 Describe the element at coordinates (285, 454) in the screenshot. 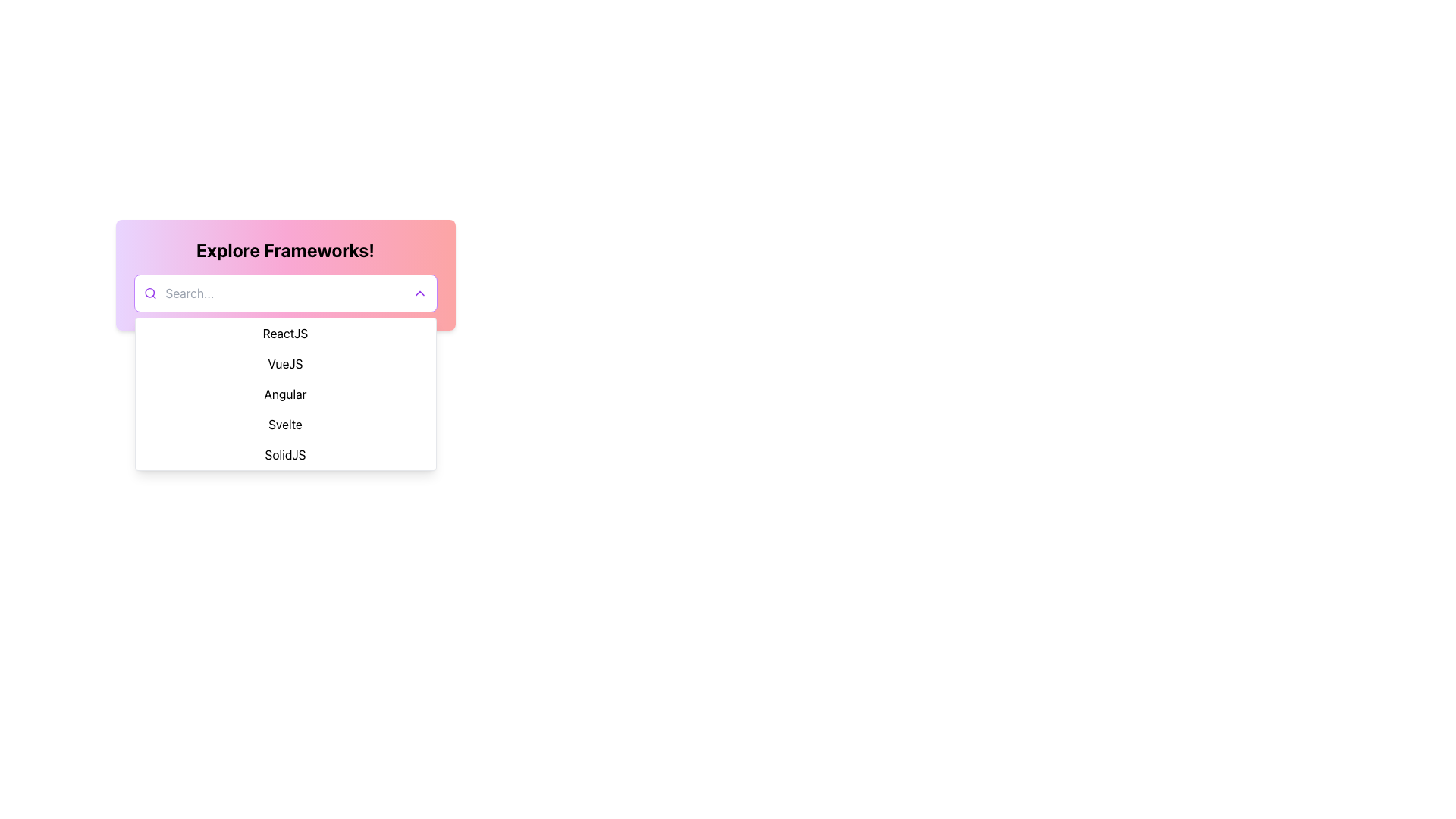

I see `'SolidJS' option in the dropdown menu, which is the fifth item below 'Svelte'` at that location.